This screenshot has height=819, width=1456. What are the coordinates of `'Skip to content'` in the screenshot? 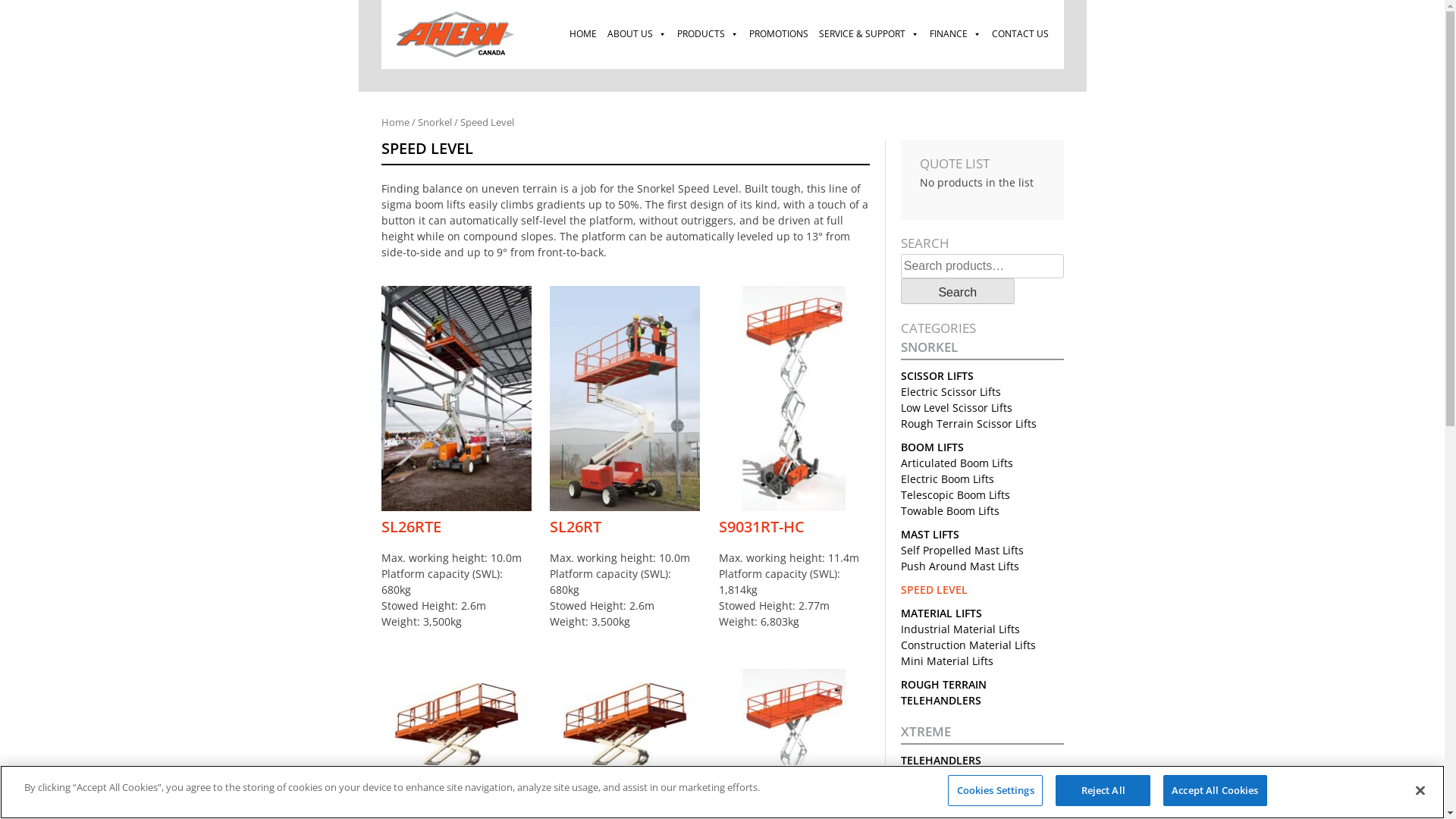 It's located at (357, 0).